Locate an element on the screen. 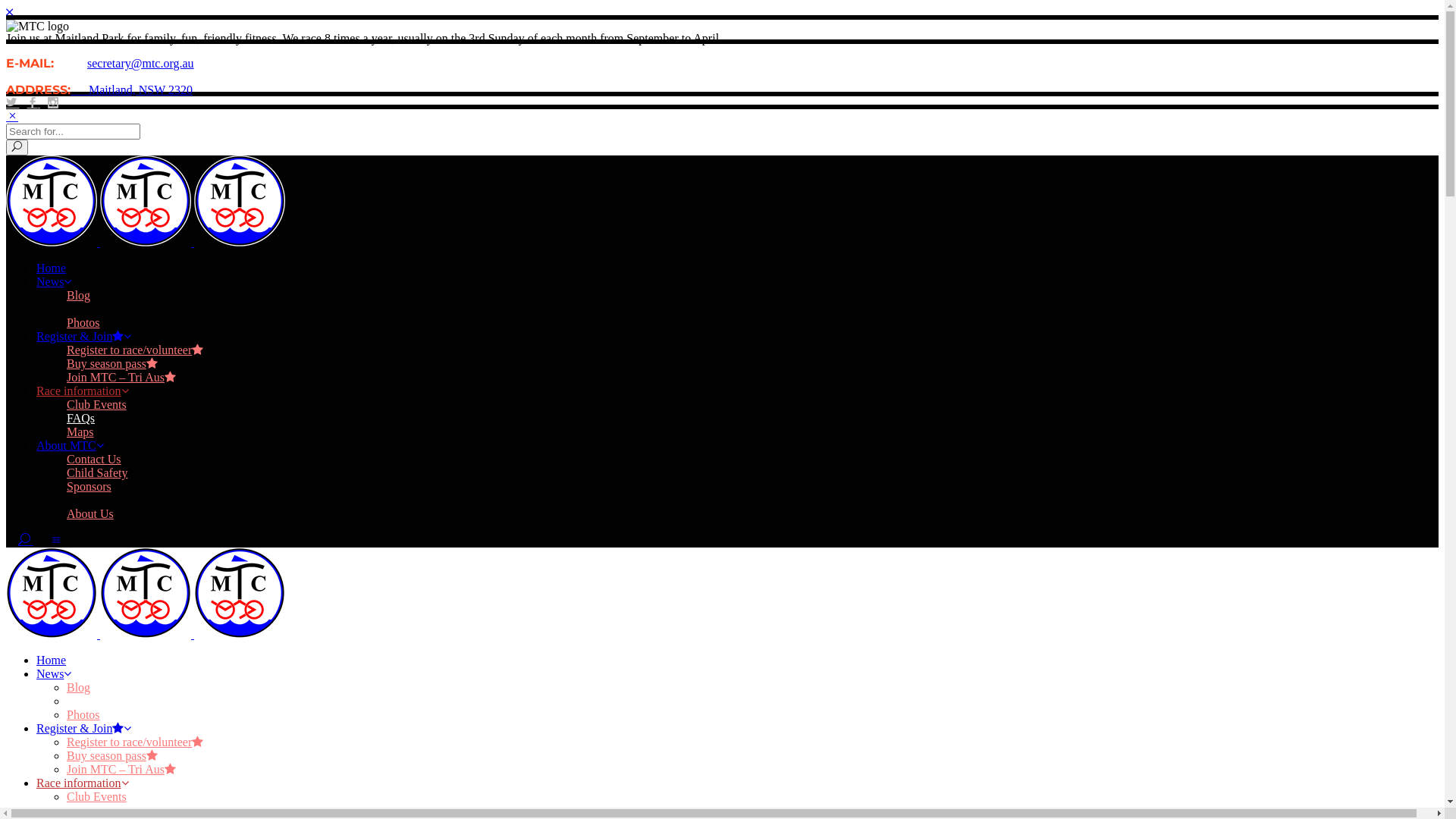 This screenshot has width=1456, height=819. 'Sponsors' is located at coordinates (88, 486).